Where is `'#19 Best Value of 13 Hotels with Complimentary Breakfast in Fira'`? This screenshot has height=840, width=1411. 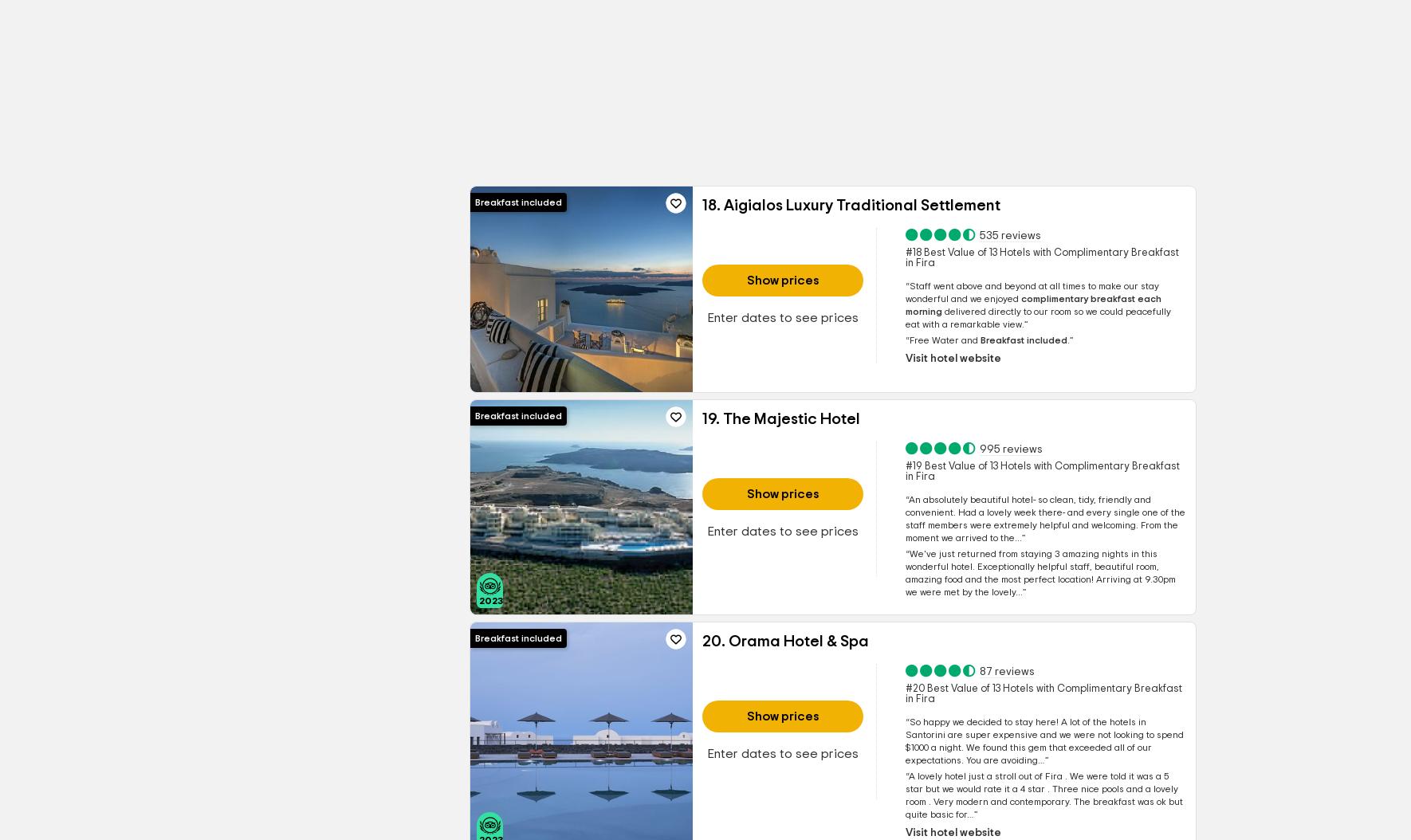 '#19 Best Value of 13 Hotels with Complimentary Breakfast in Fira' is located at coordinates (904, 471).